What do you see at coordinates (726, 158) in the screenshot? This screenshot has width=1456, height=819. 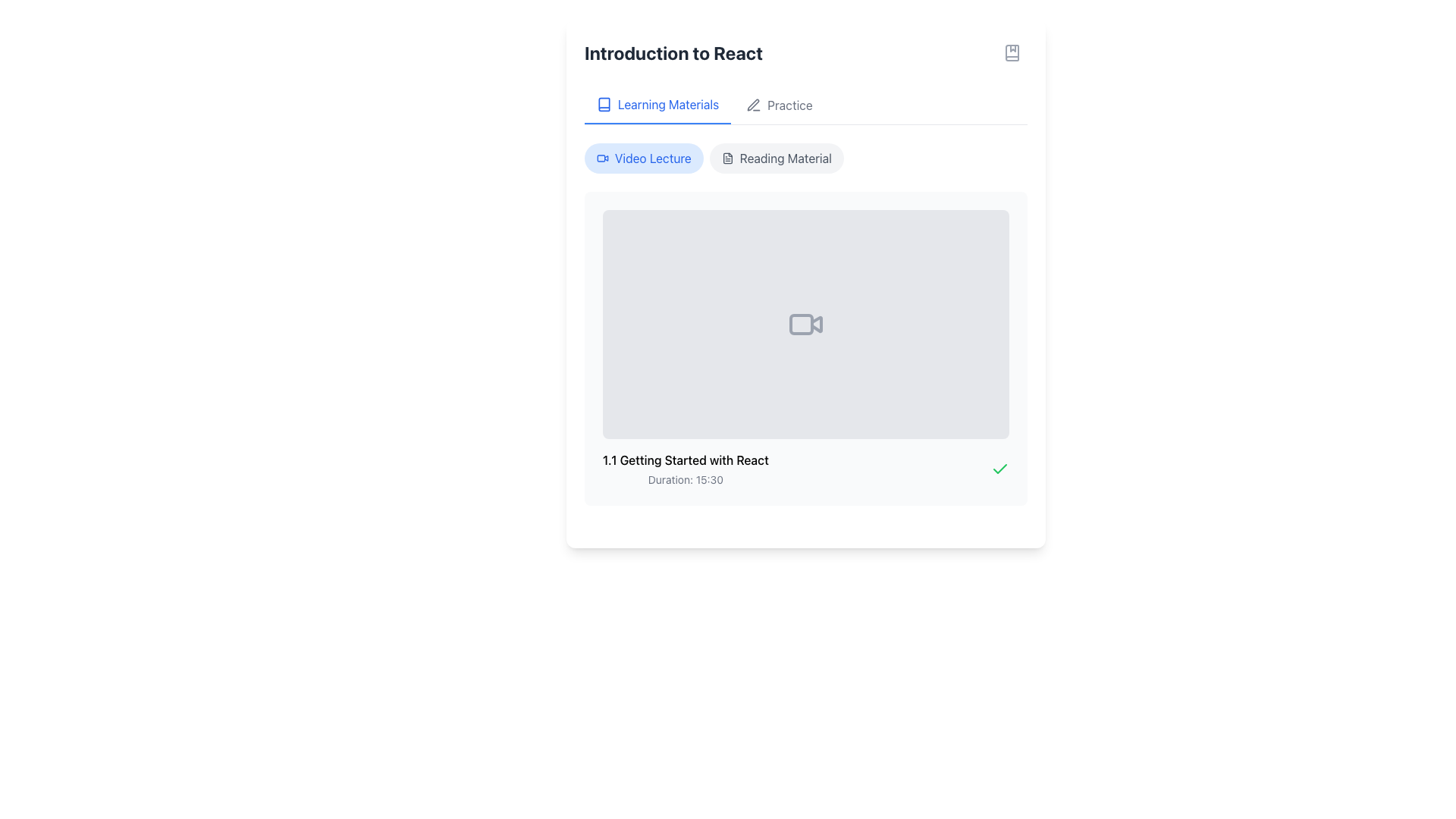 I see `the document icon located within the 'Reading Material' button, positioned towards the left side of the button component` at bounding box center [726, 158].